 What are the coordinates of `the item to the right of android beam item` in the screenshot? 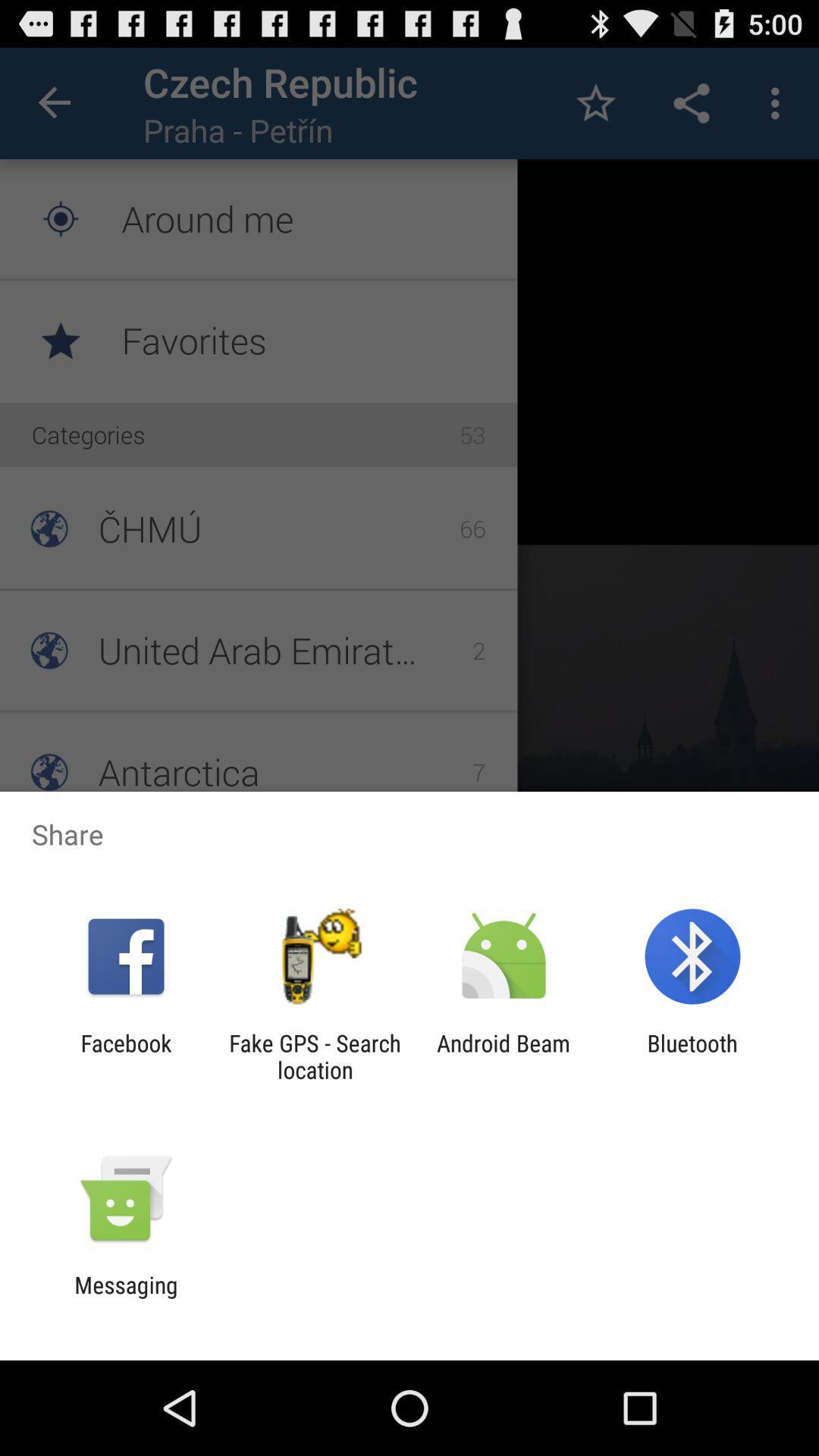 It's located at (692, 1056).